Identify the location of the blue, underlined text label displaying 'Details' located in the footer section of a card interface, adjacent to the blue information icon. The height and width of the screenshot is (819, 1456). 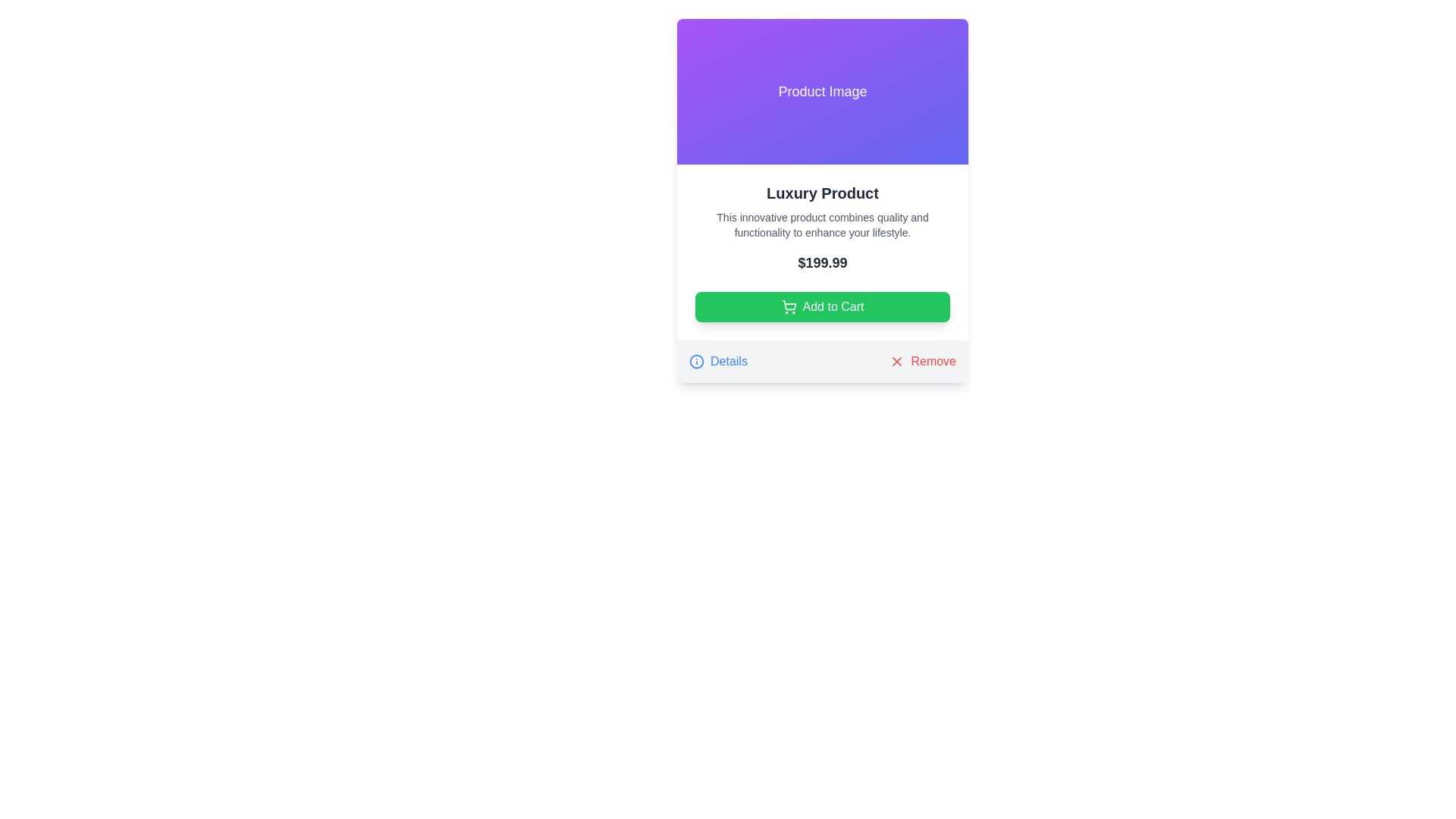
(729, 362).